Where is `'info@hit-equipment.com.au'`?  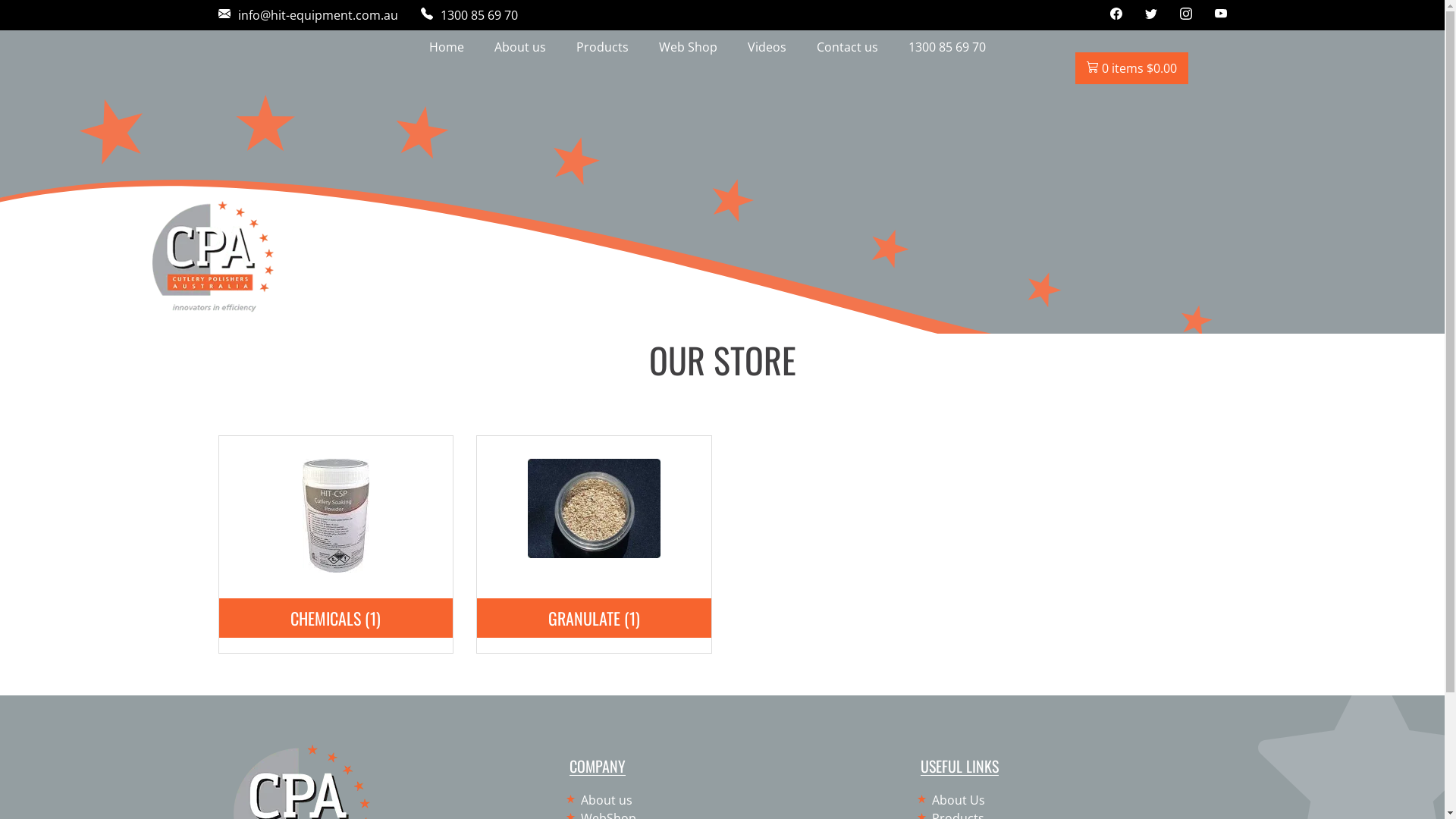
'info@hit-equipment.com.au' is located at coordinates (307, 14).